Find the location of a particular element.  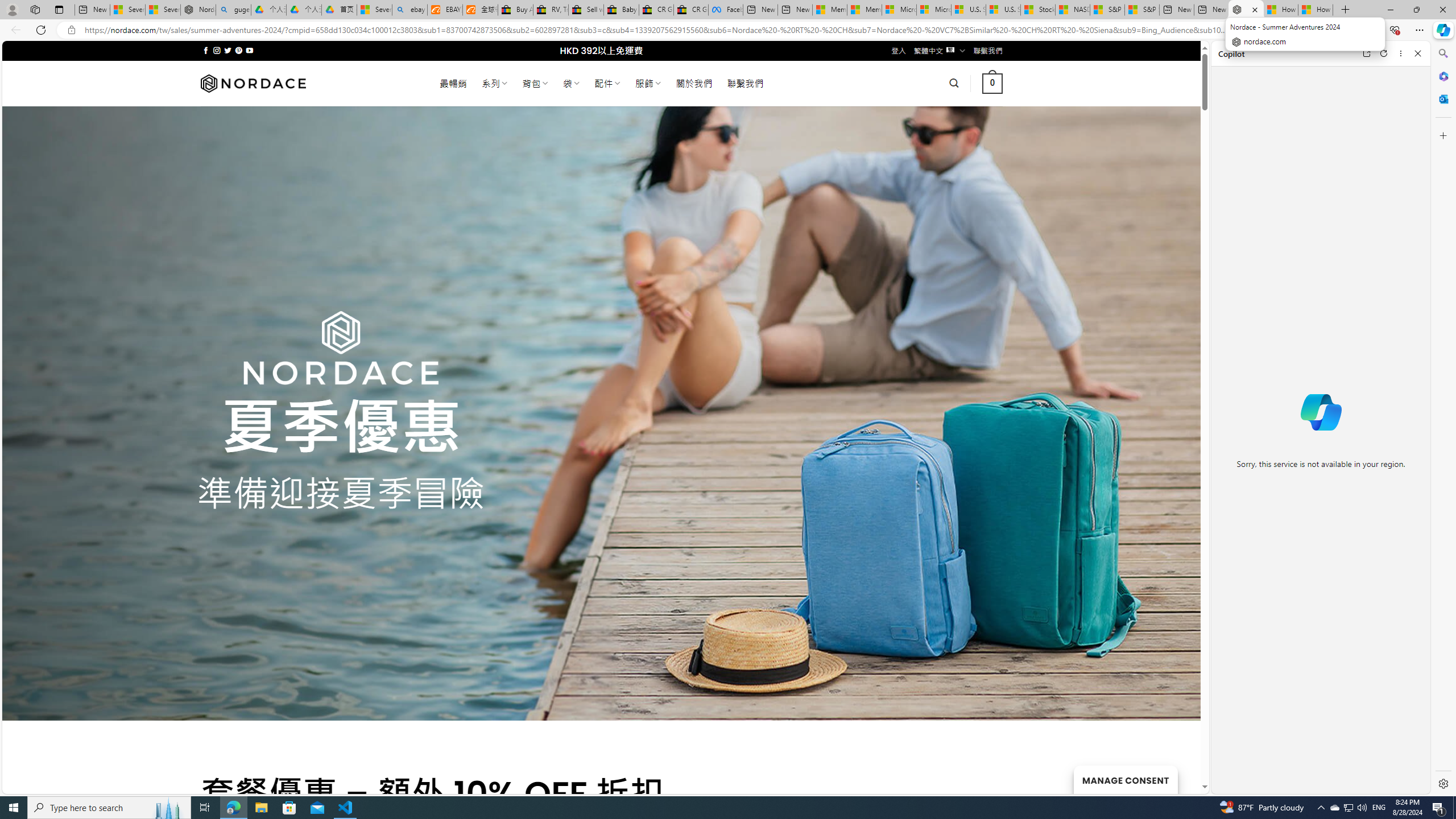

'Follow on Instagram' is located at coordinates (216, 50).